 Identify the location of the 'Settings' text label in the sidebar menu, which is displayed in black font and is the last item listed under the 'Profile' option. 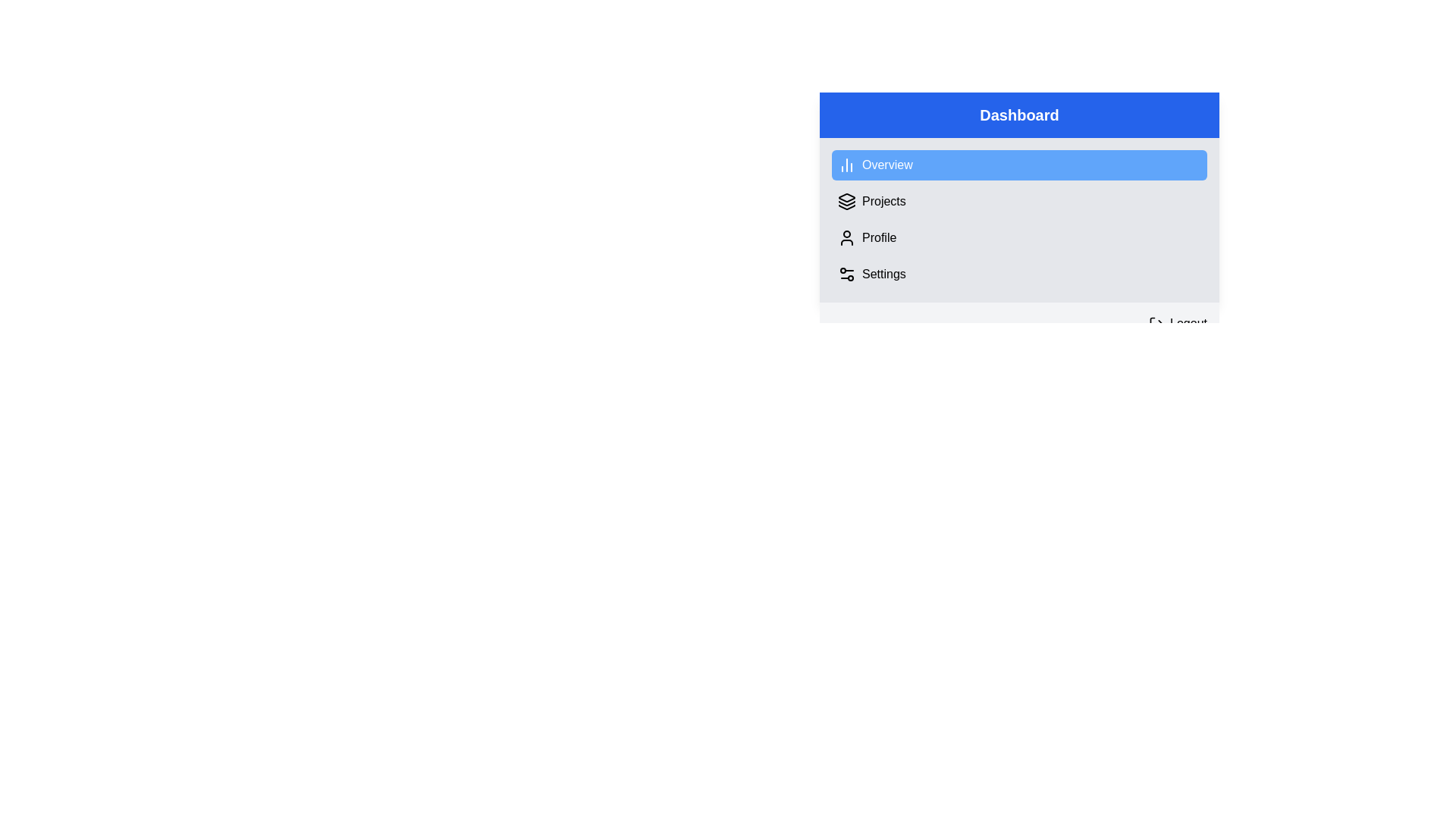
(883, 275).